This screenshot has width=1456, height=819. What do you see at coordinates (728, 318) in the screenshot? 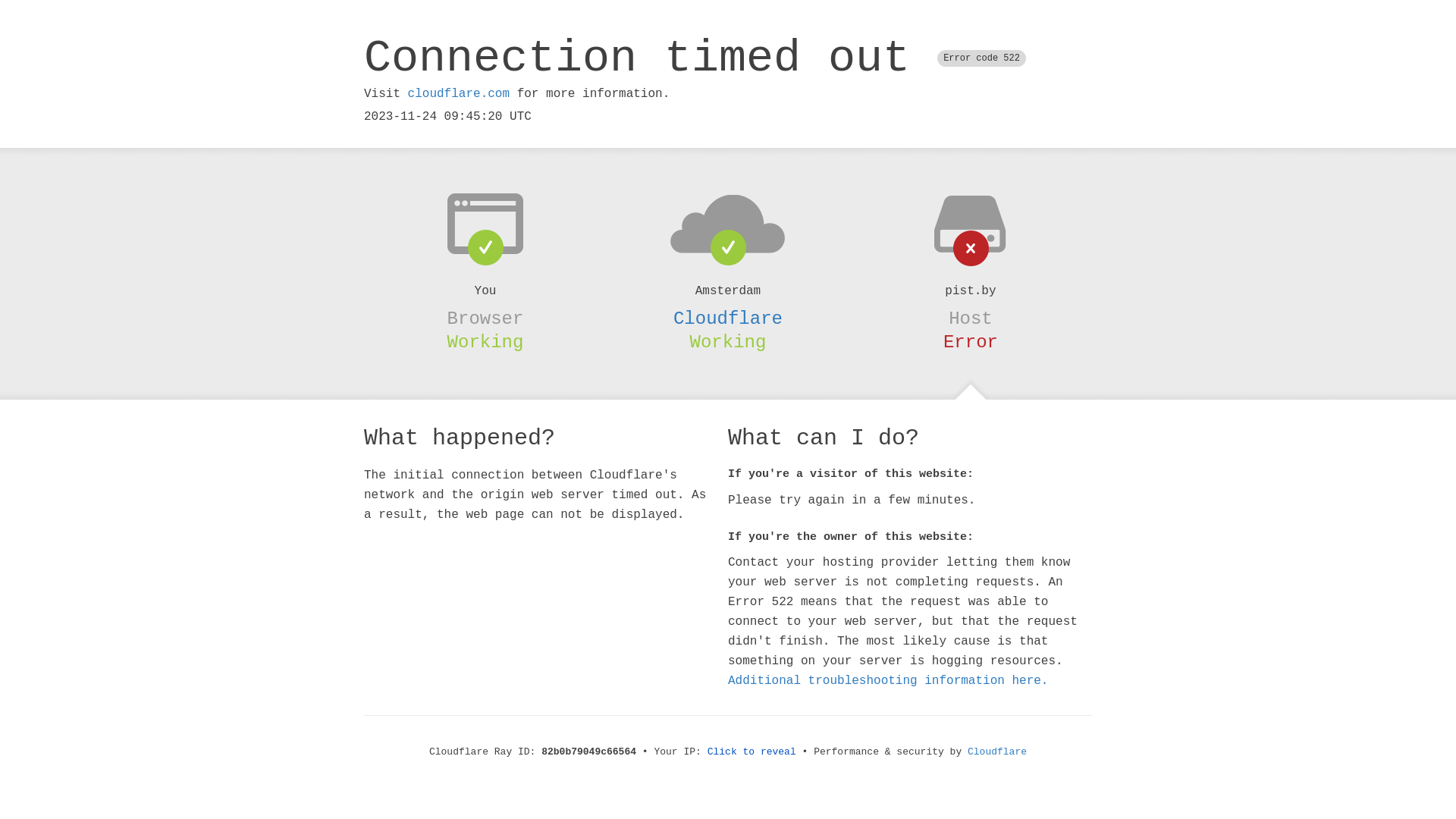
I see `'Cloudflare'` at bounding box center [728, 318].